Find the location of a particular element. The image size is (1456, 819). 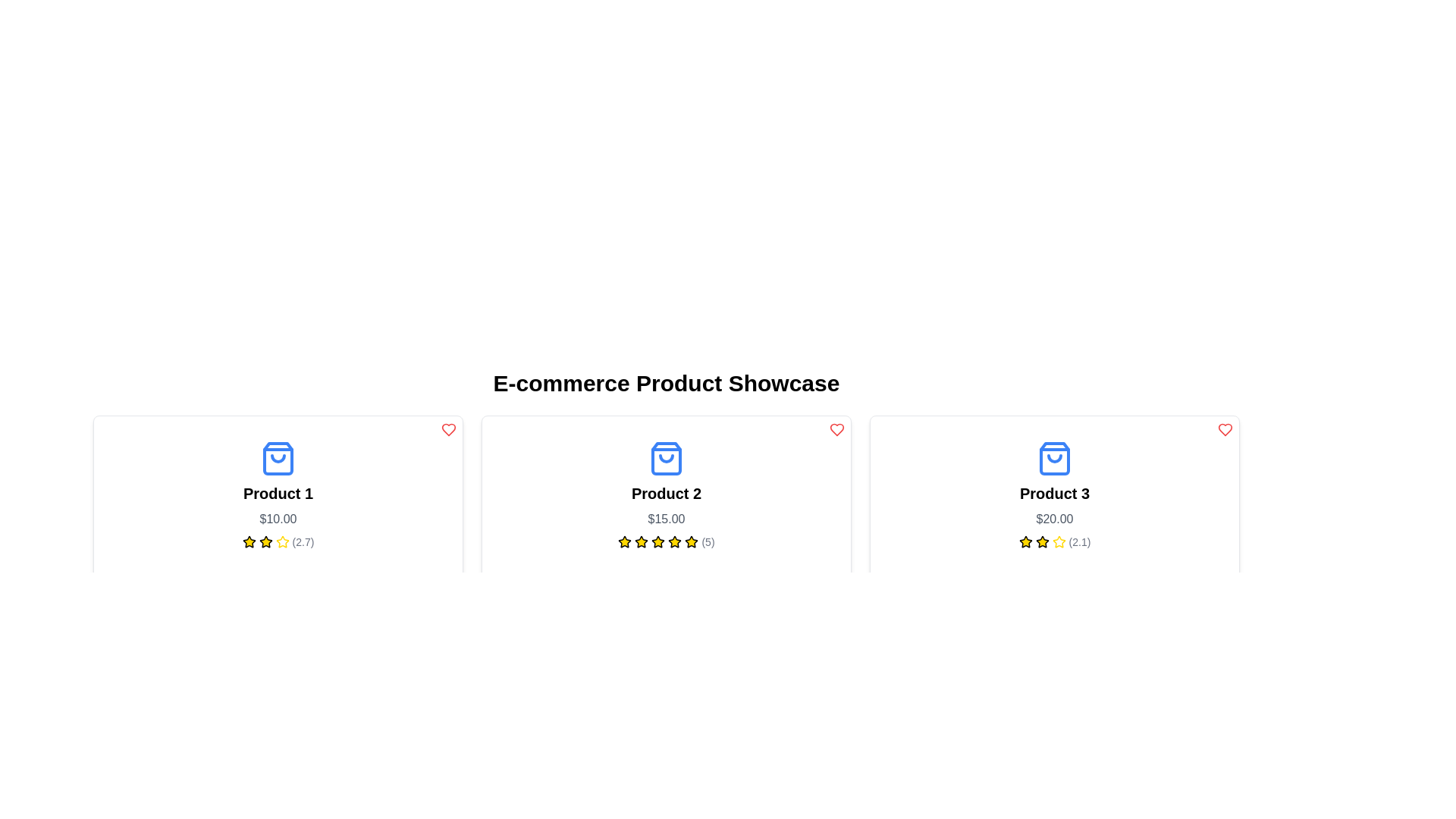

the red heart icon in the top-right corner of the 'Product 3' card is located at coordinates (1225, 430).